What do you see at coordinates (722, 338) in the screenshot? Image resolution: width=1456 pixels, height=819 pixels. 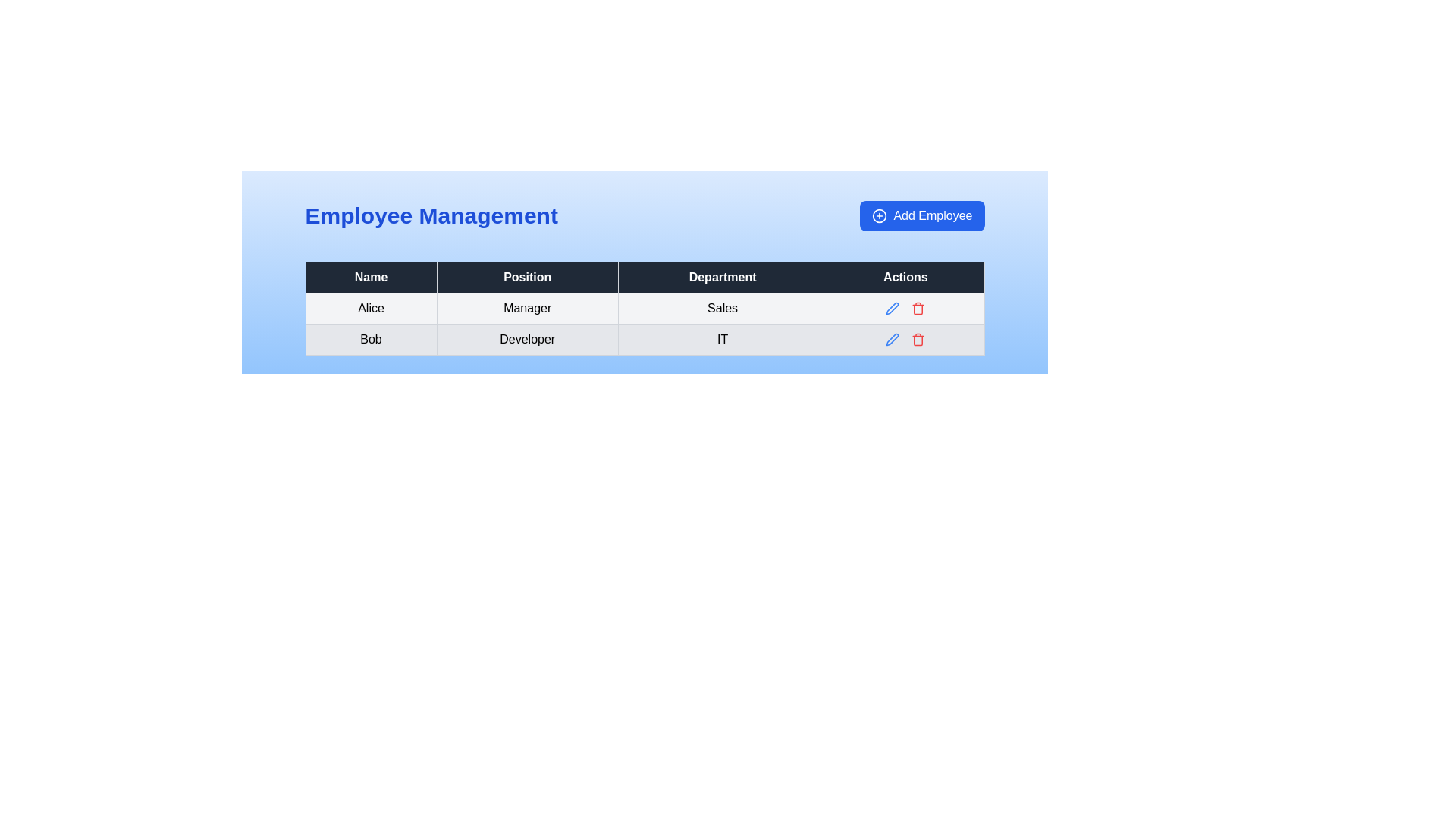 I see `the text label displaying 'IT' which is located in the third cell of the row marked 'Bob' in the 'Name' column, positioned between the 'Position' cell showing 'Developer' and the 'Actions' cell` at bounding box center [722, 338].